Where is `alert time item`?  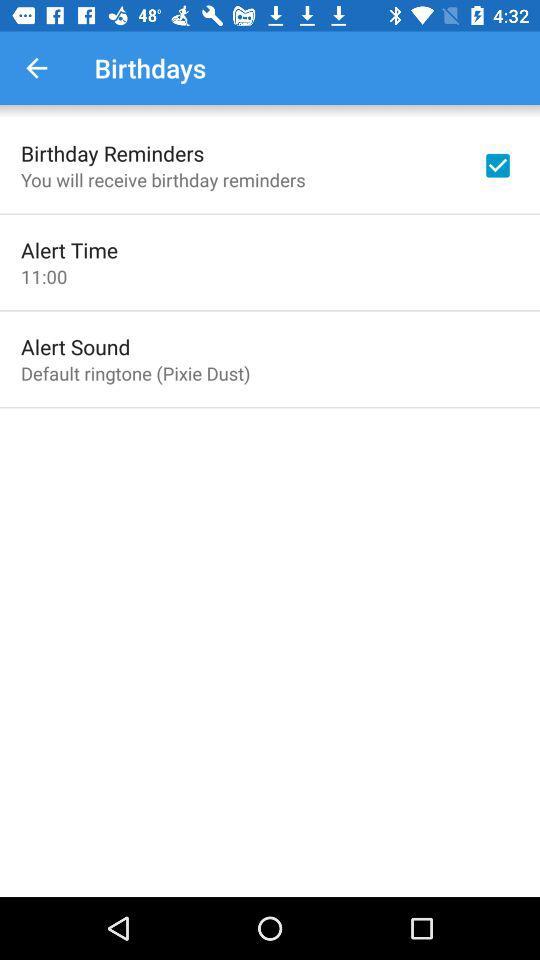 alert time item is located at coordinates (68, 249).